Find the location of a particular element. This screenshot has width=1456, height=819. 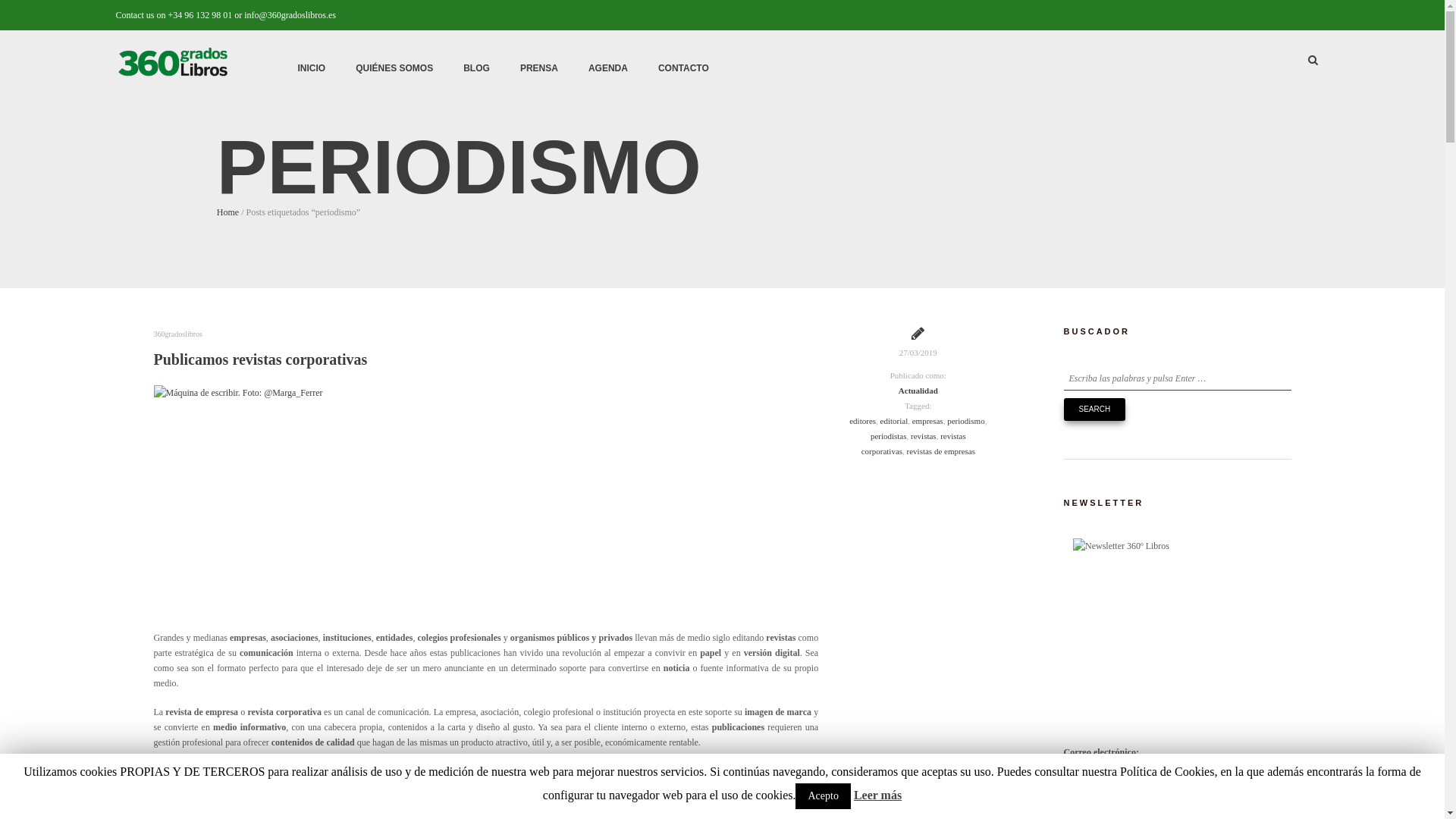

'periodismo' is located at coordinates (965, 421).